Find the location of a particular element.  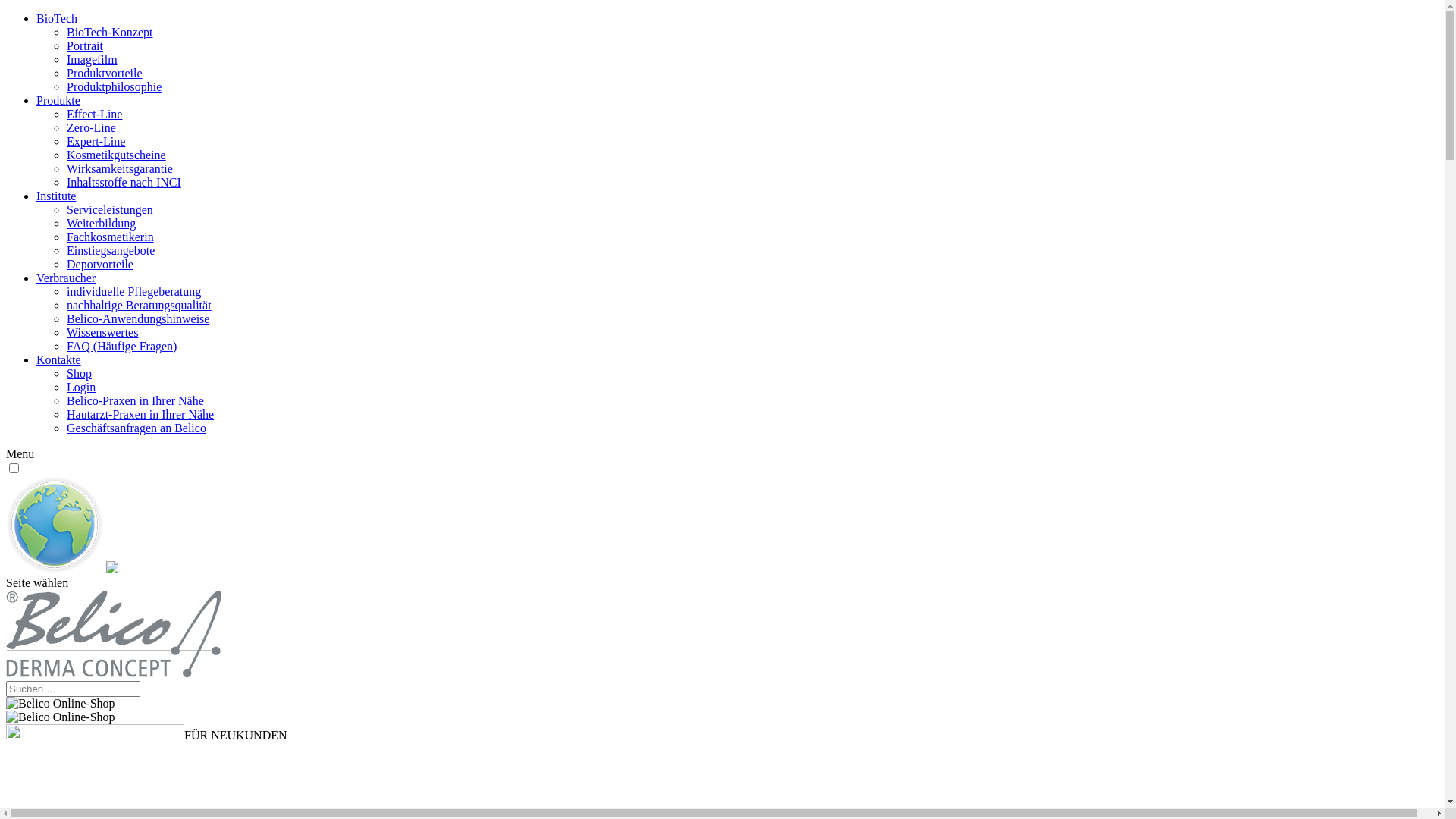

'Inhaltsstoffe nach INCI' is located at coordinates (65, 181).